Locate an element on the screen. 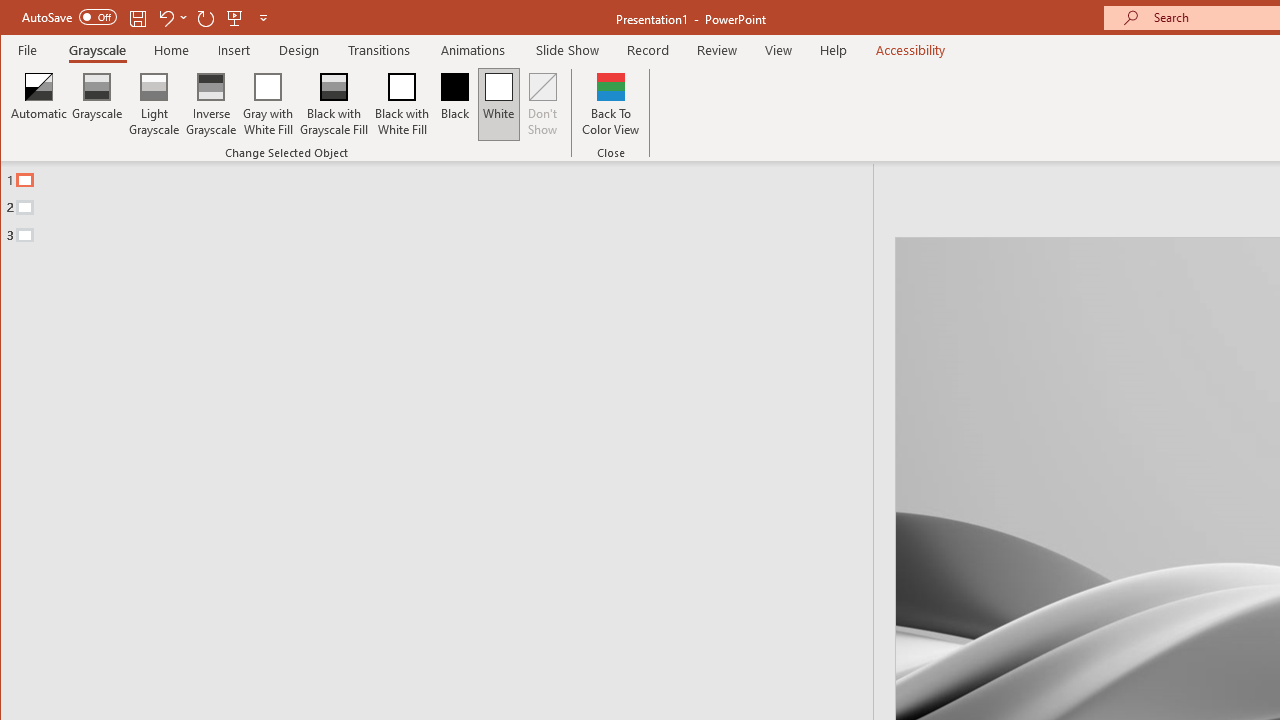 The height and width of the screenshot is (720, 1280). 'Customize Quick Access Toolbar' is located at coordinates (262, 17).